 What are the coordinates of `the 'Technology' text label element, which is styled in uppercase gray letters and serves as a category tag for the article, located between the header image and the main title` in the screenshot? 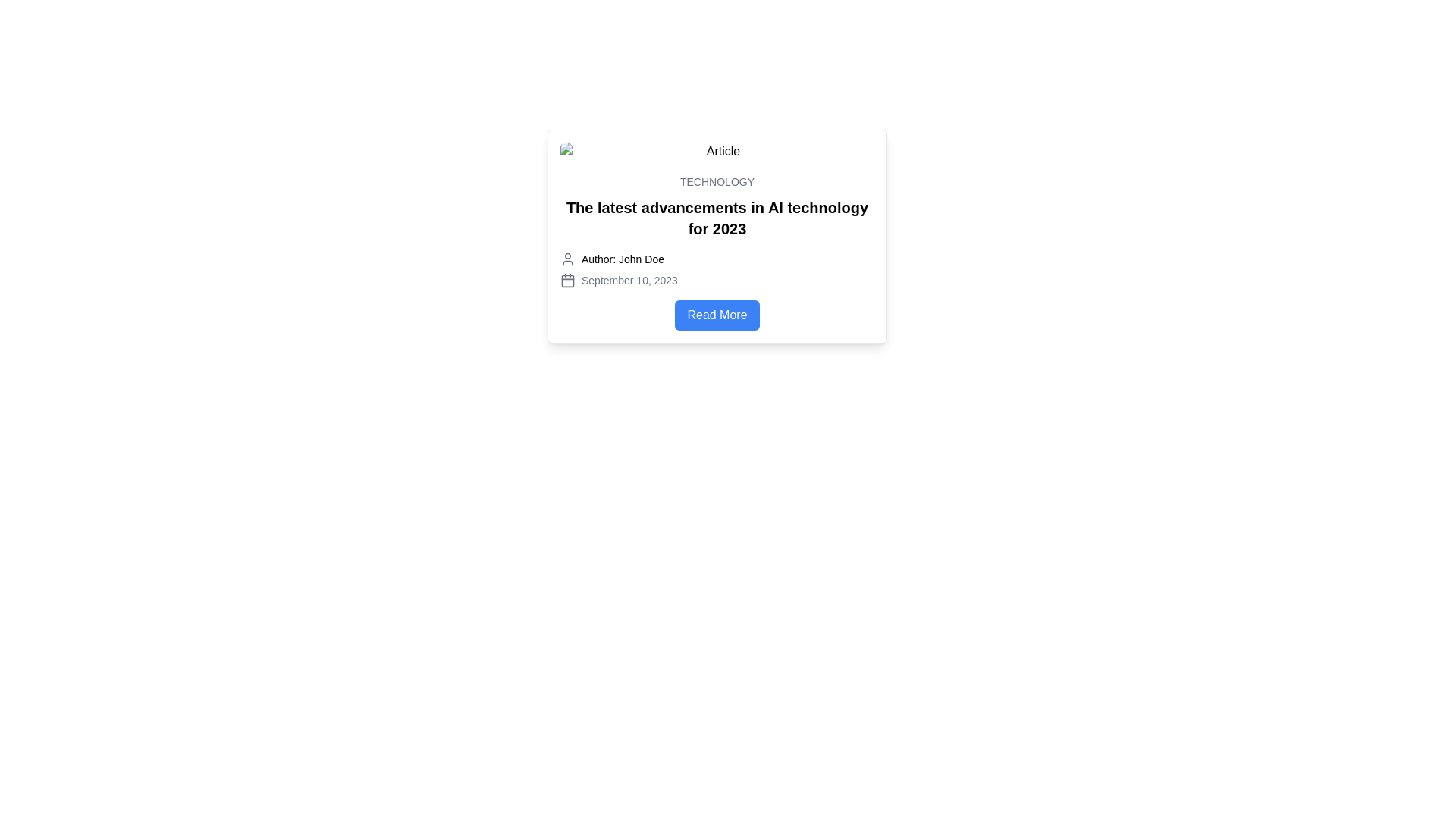 It's located at (716, 180).